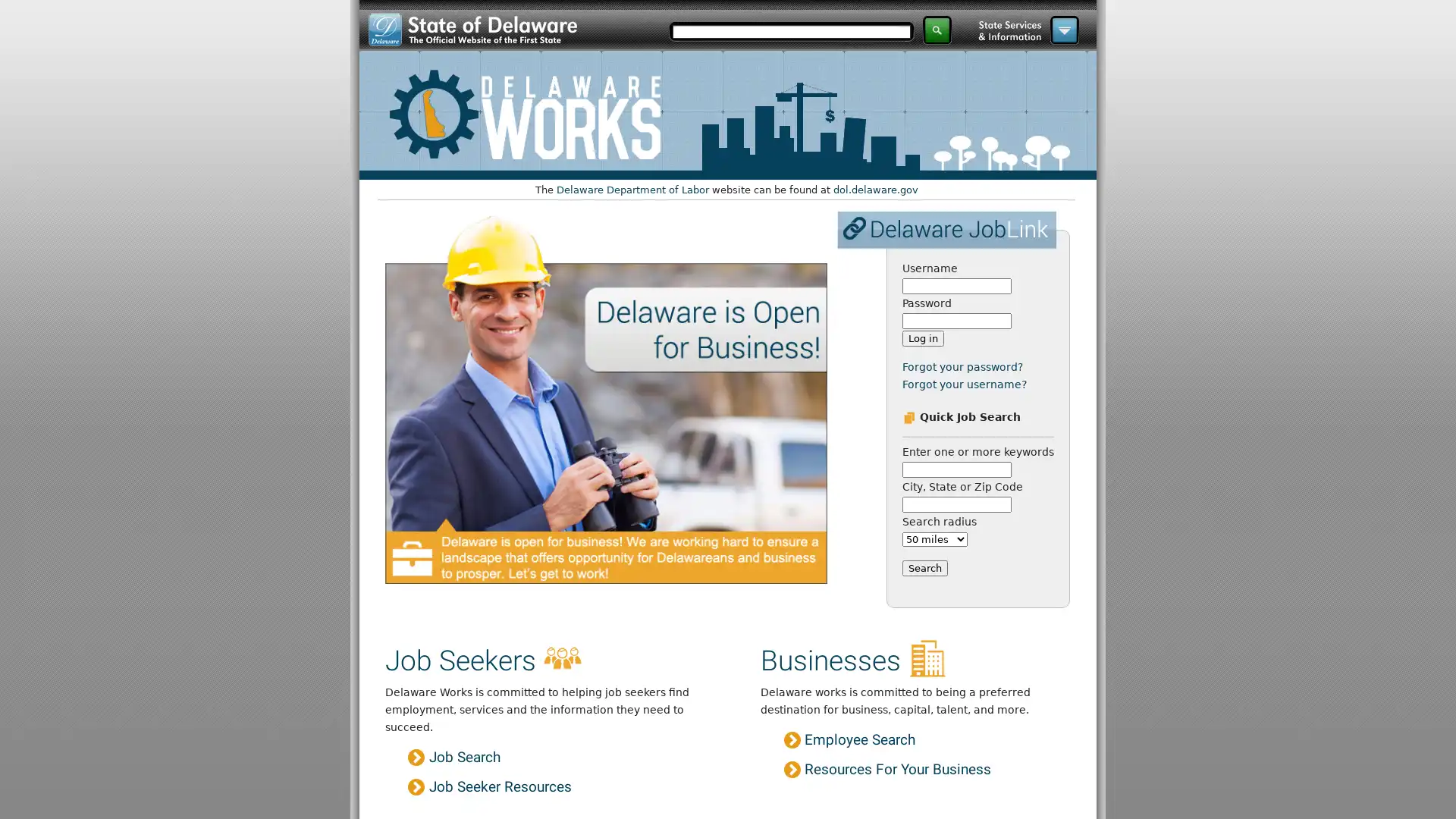 The width and height of the screenshot is (1456, 819). I want to click on Log in, so click(921, 337).